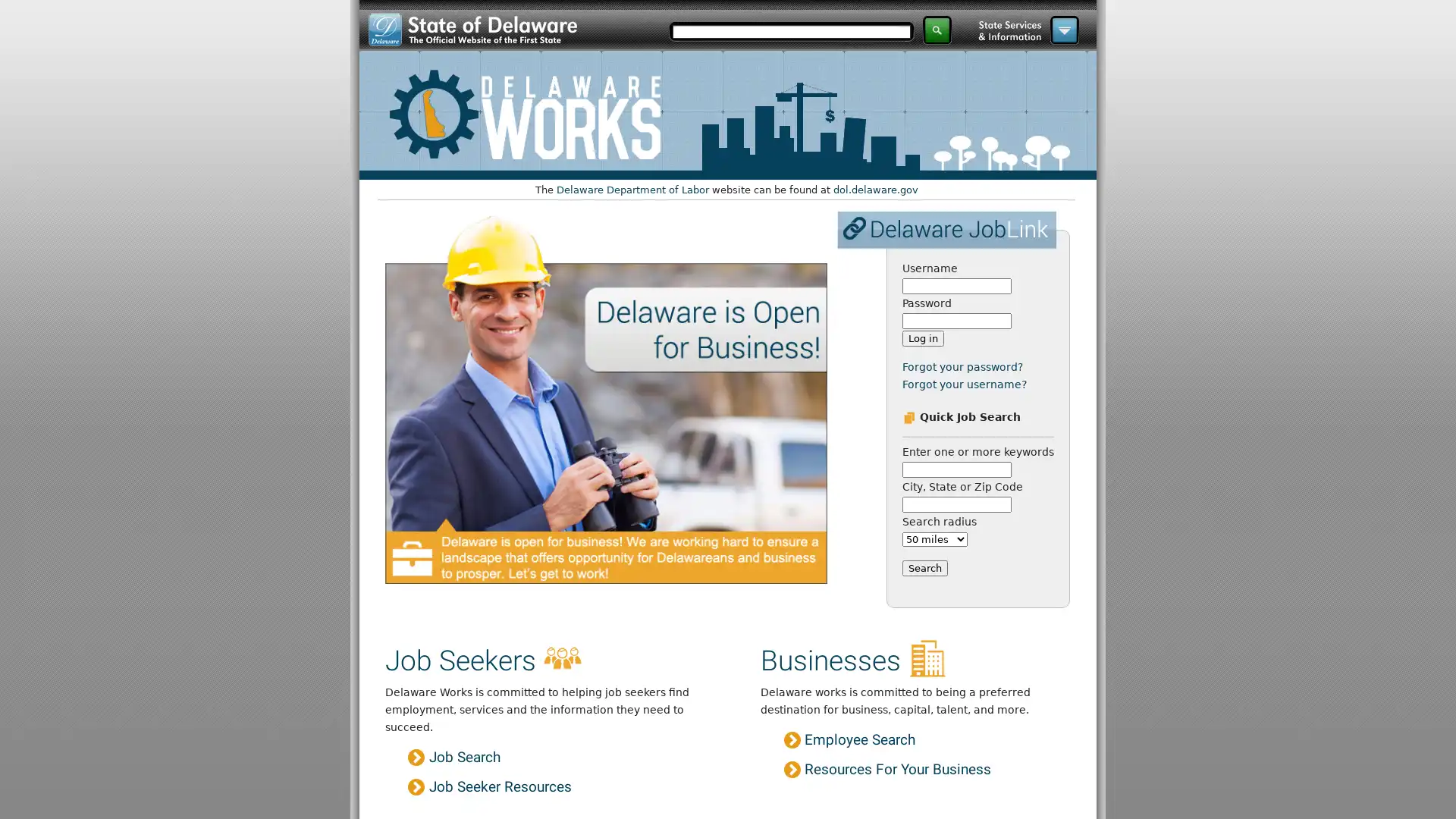 The width and height of the screenshot is (1456, 819). I want to click on Log in, so click(921, 337).